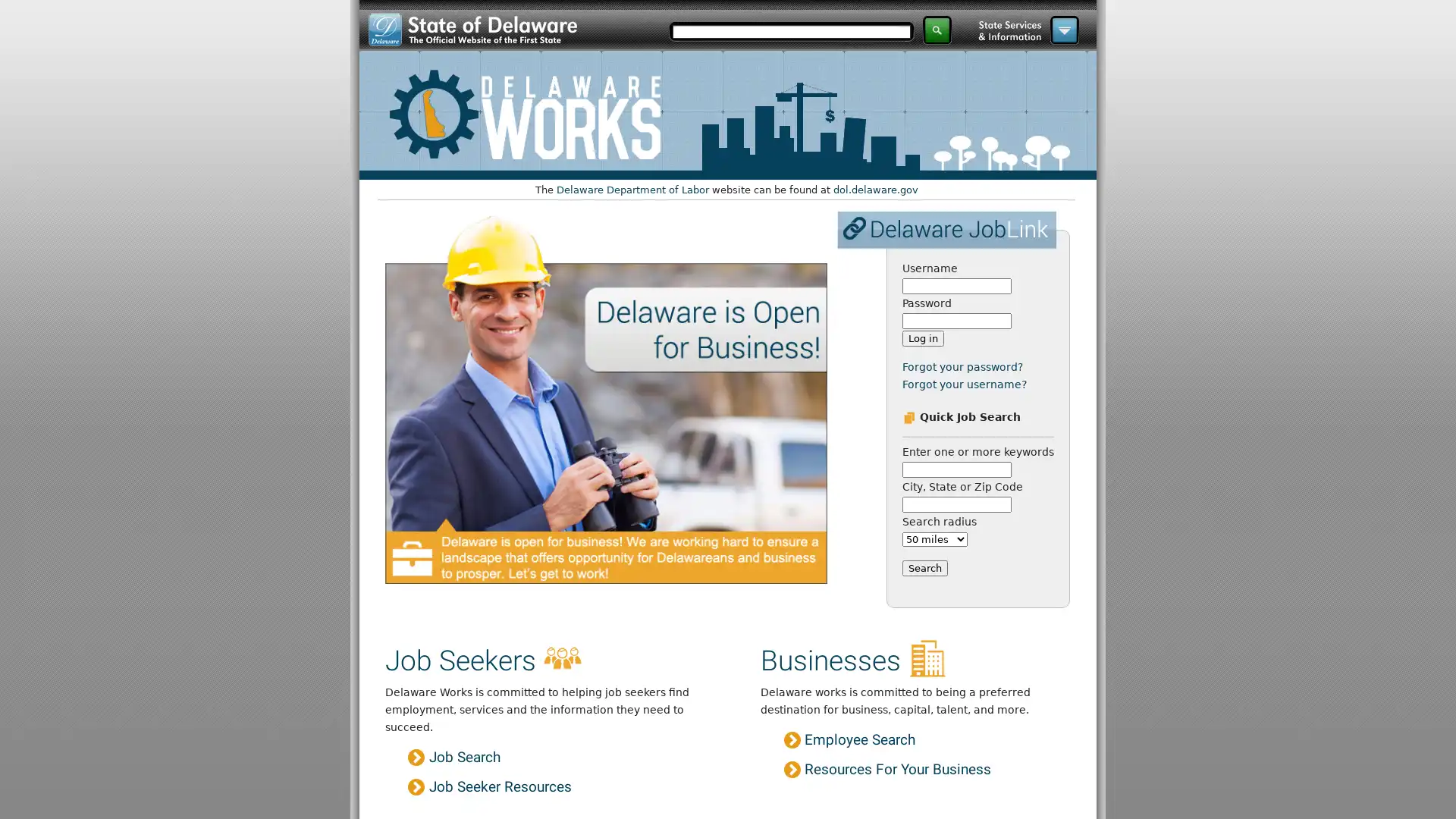 The width and height of the screenshot is (1456, 819). I want to click on Log in, so click(921, 337).